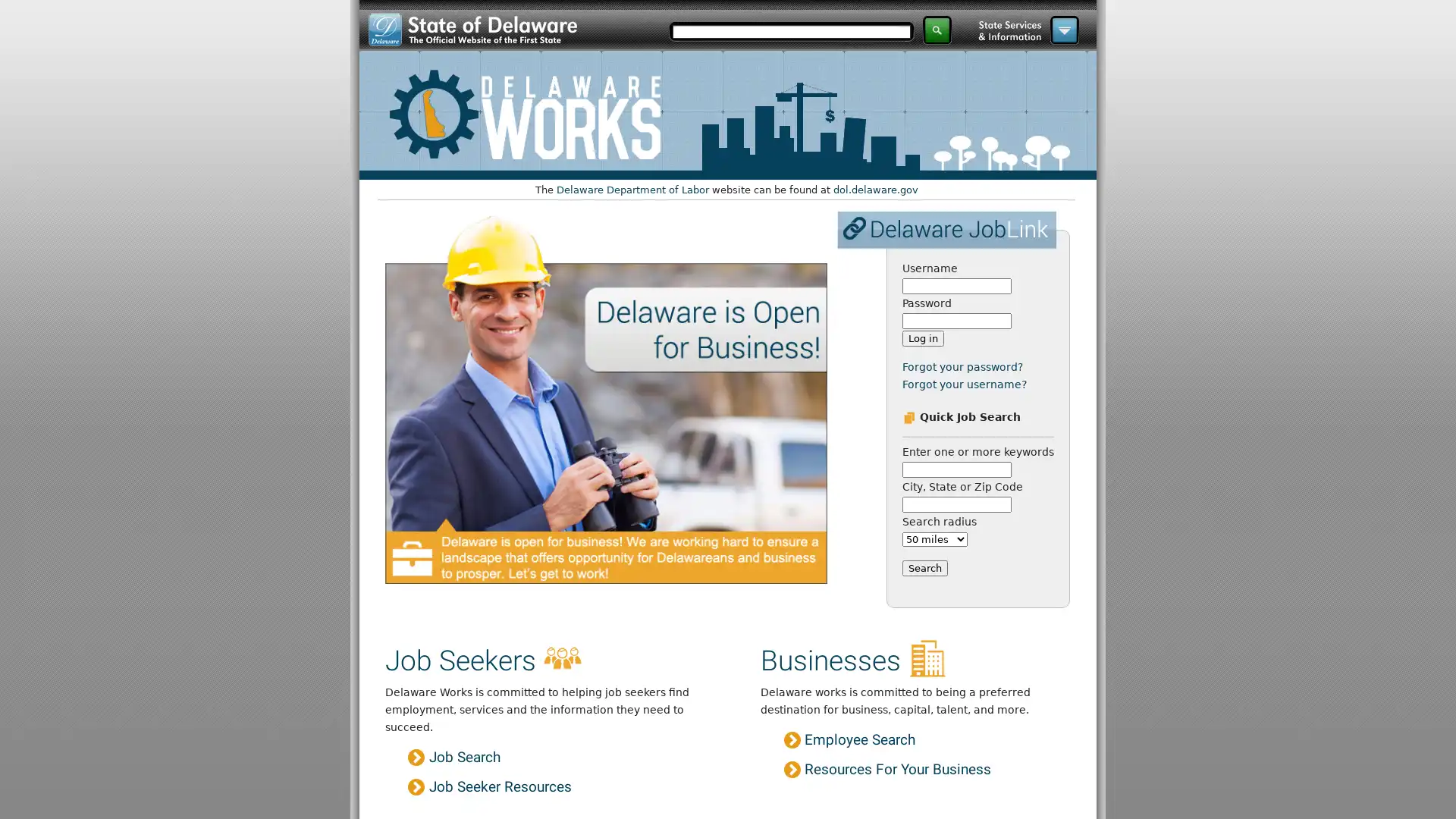 The width and height of the screenshot is (1456, 819). I want to click on Log in, so click(921, 337).